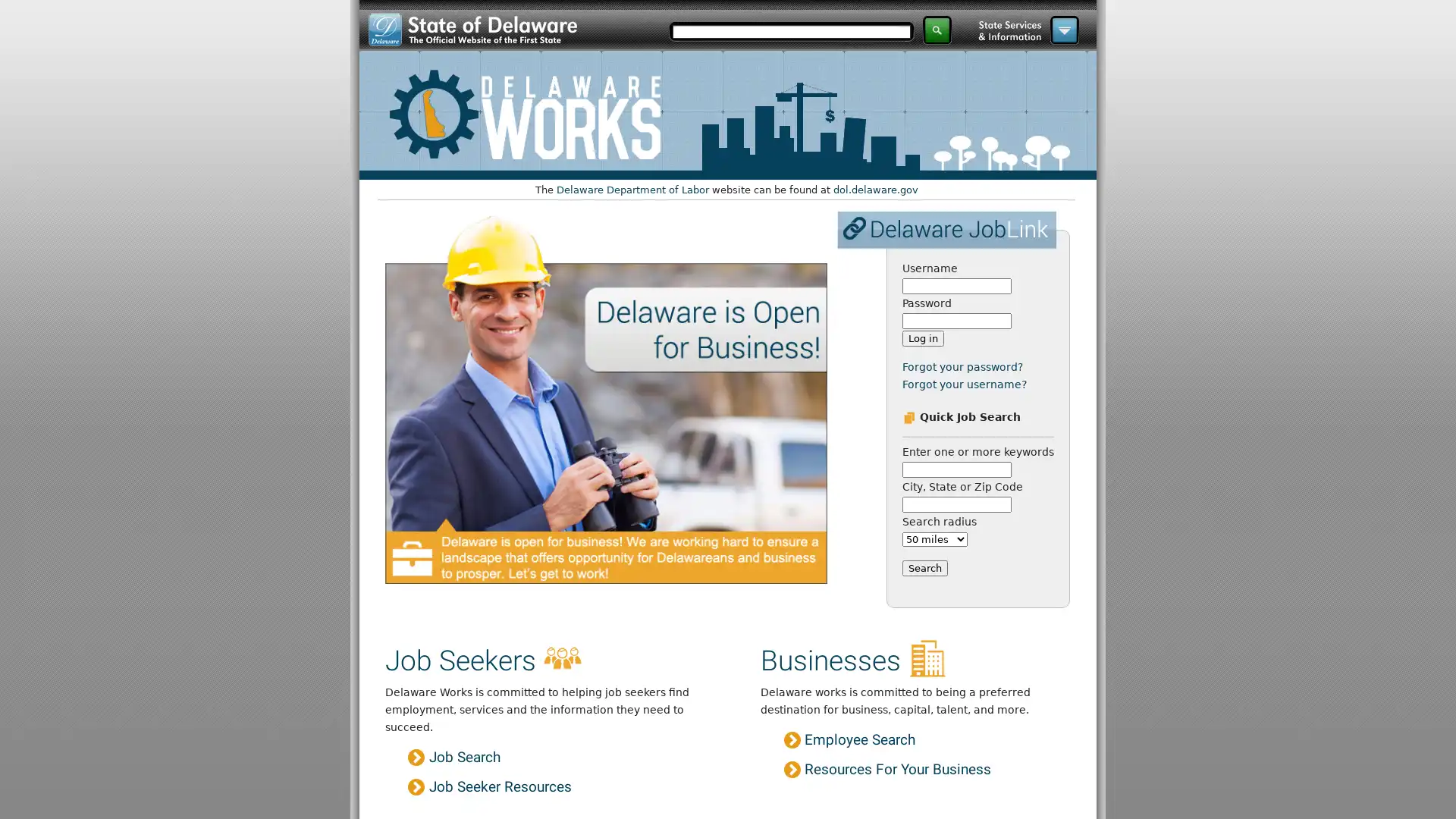 The width and height of the screenshot is (1456, 819). I want to click on Log in, so click(921, 337).